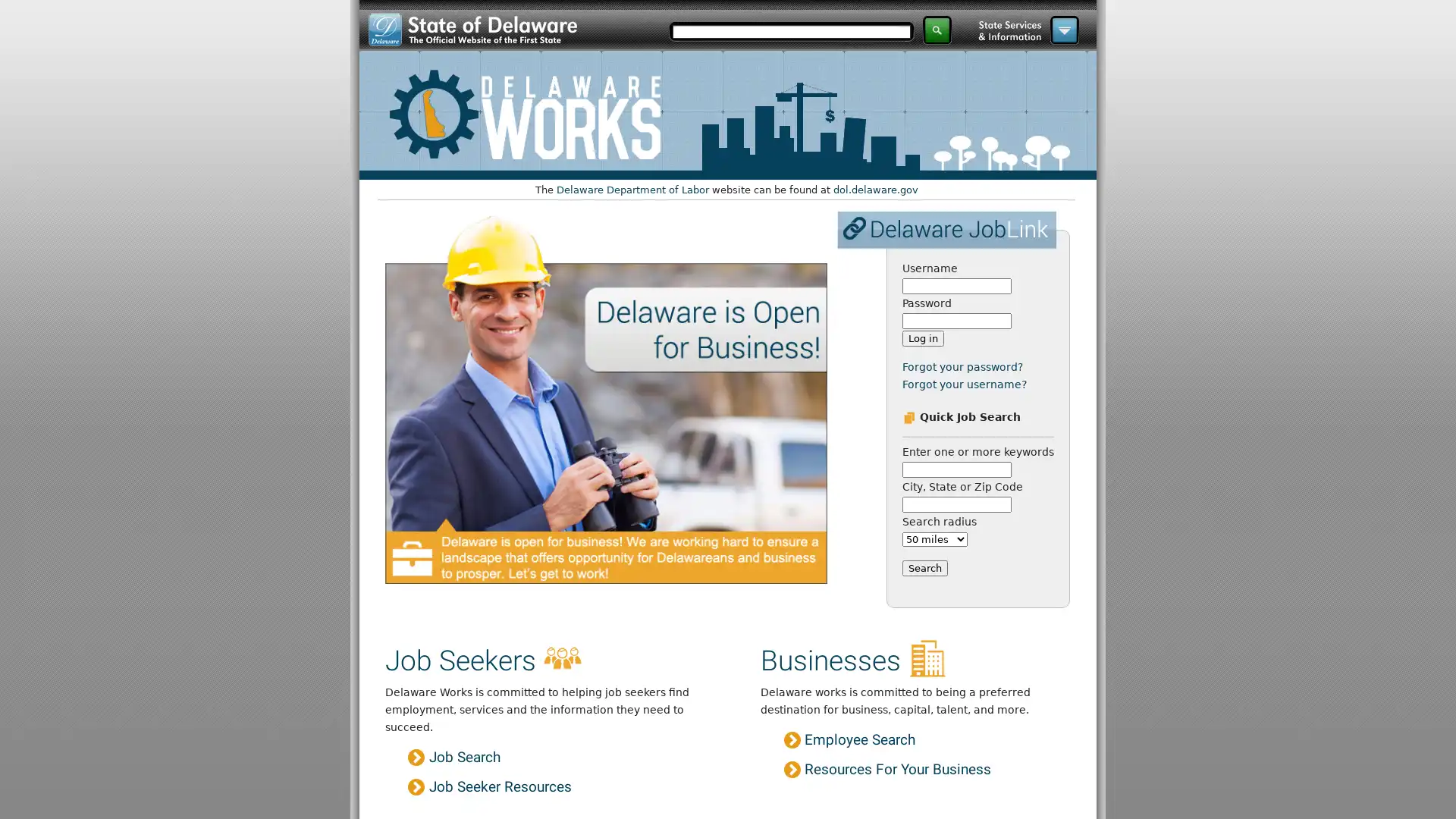 The width and height of the screenshot is (1456, 819). I want to click on Log in, so click(921, 337).